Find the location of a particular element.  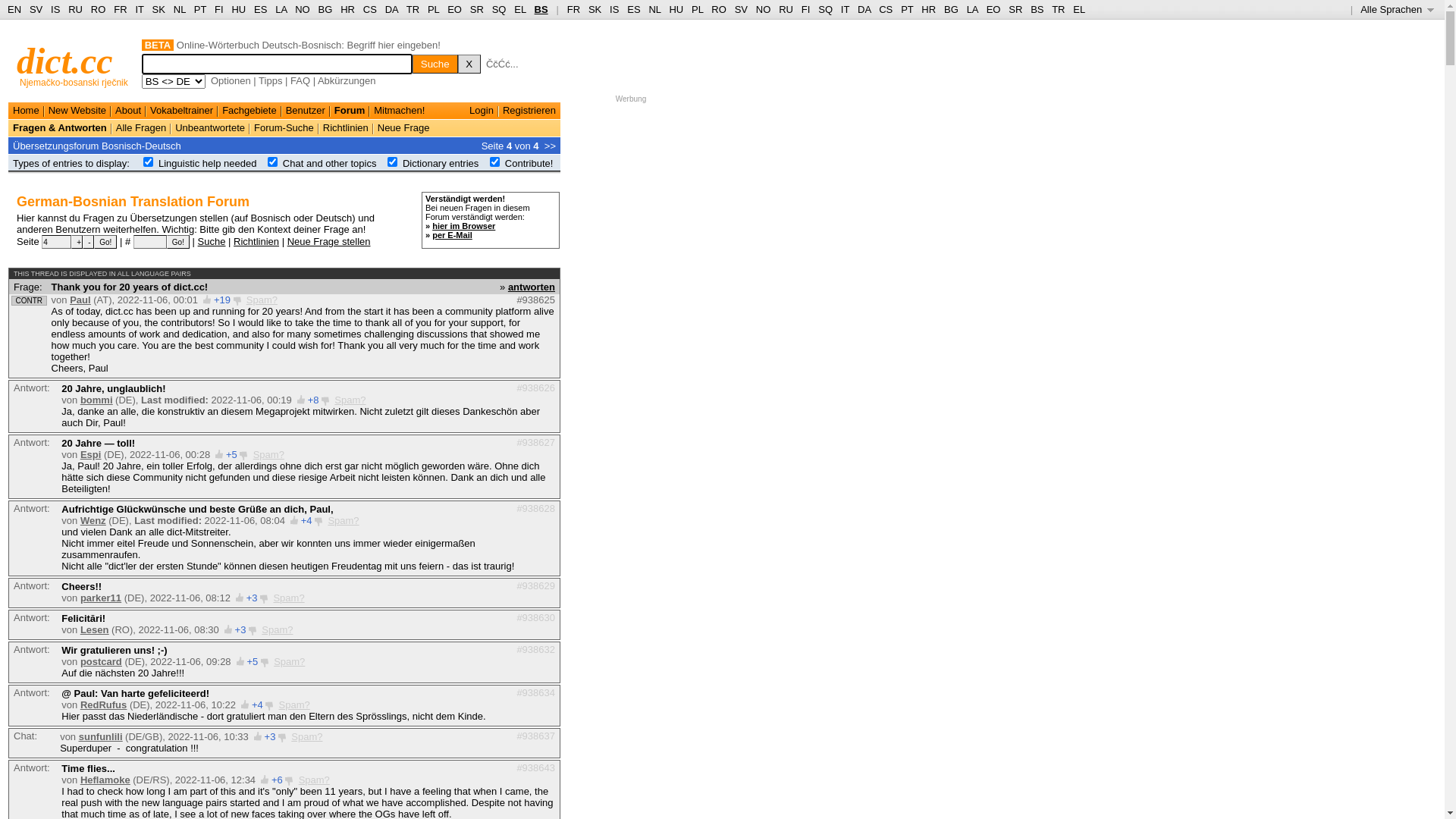

'#938625' is located at coordinates (535, 300).